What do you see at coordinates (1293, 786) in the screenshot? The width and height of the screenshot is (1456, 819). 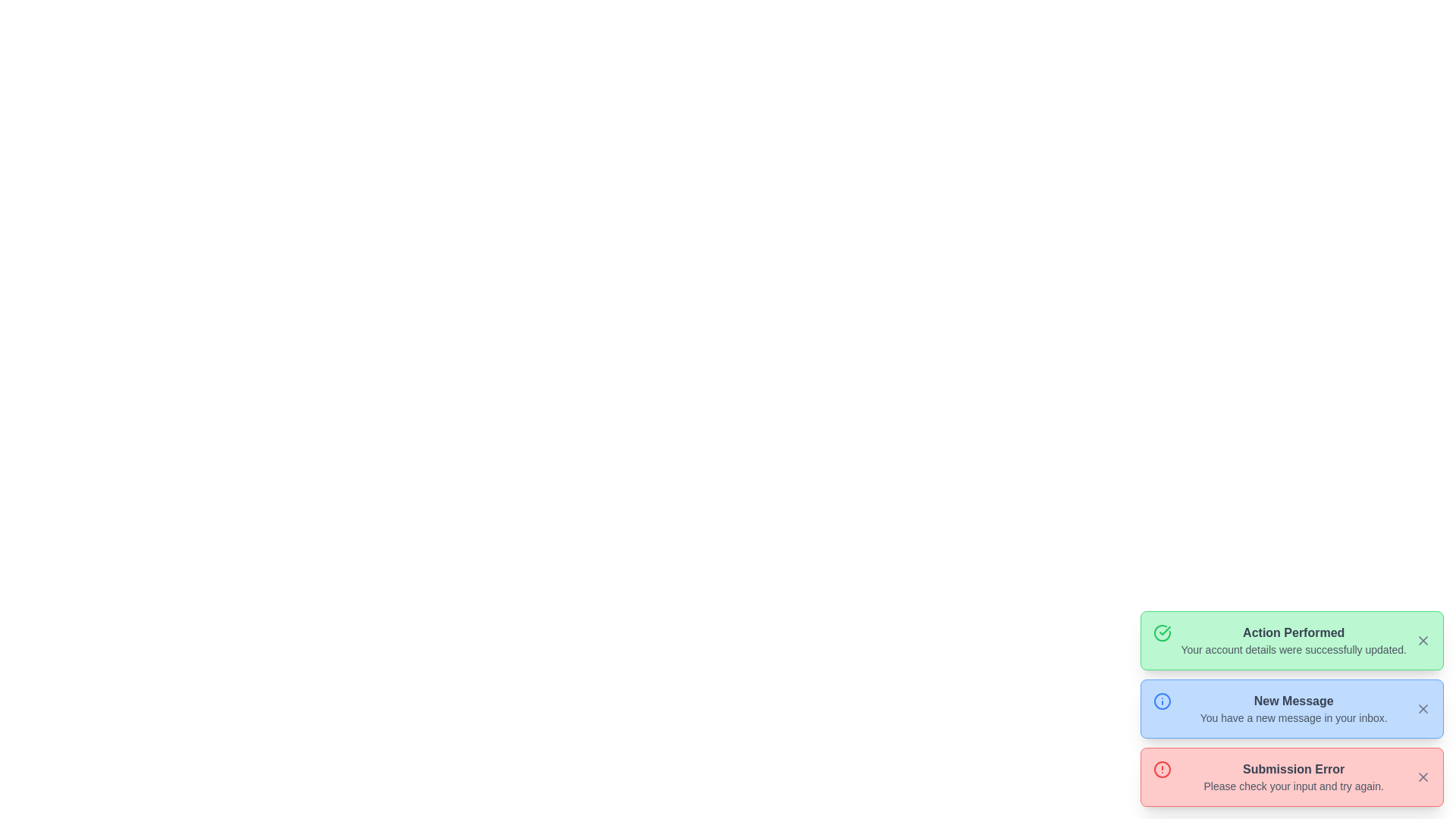 I see `the displayed error message 'Please check your input and try again.' located in the pink notification card beneath 'Submission Error'` at bounding box center [1293, 786].